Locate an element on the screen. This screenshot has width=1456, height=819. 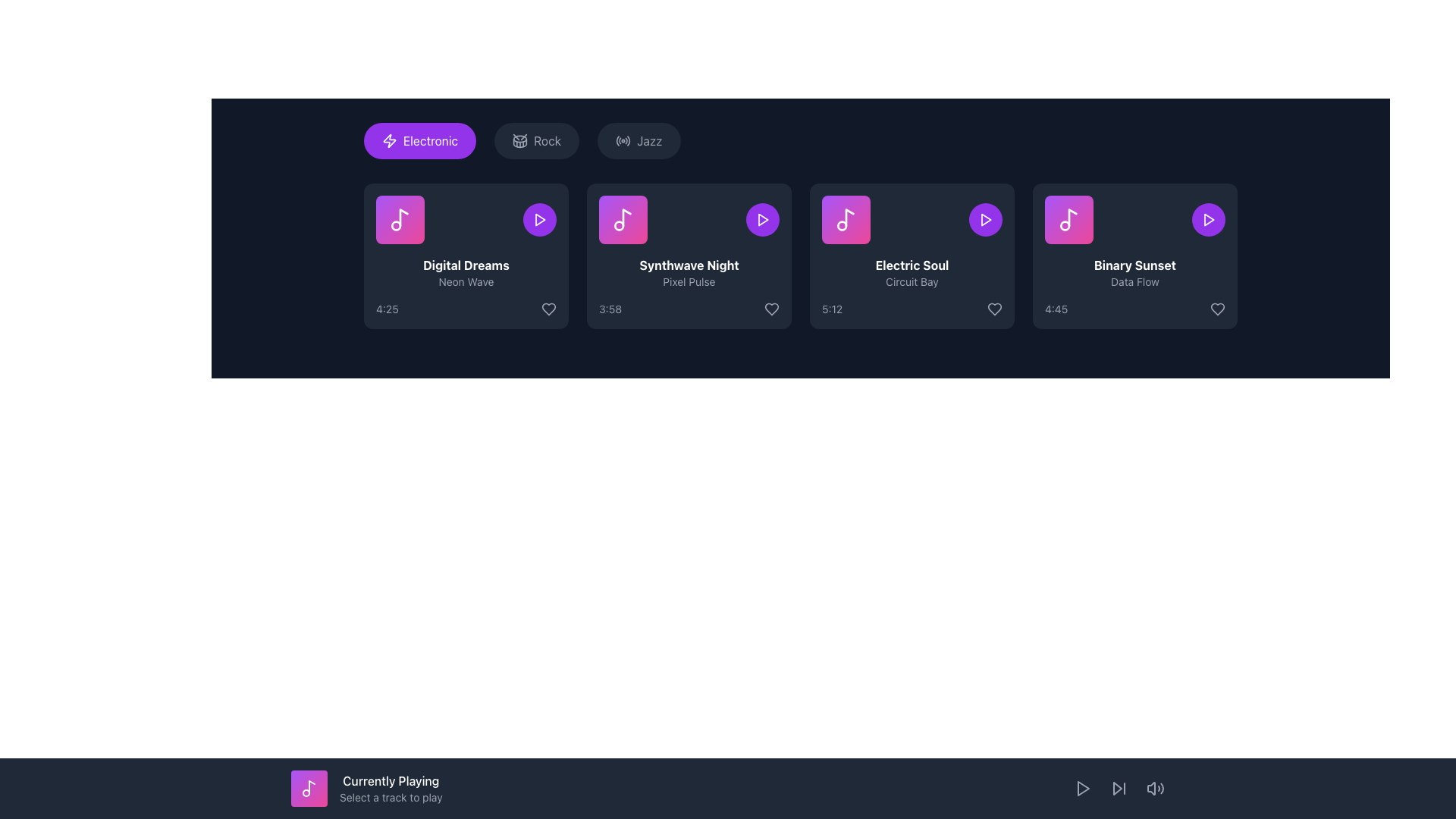
the 'Jazz' genre button, which is a compact, rounded rectangular element with dark gray background and lighter gray text is located at coordinates (649, 140).